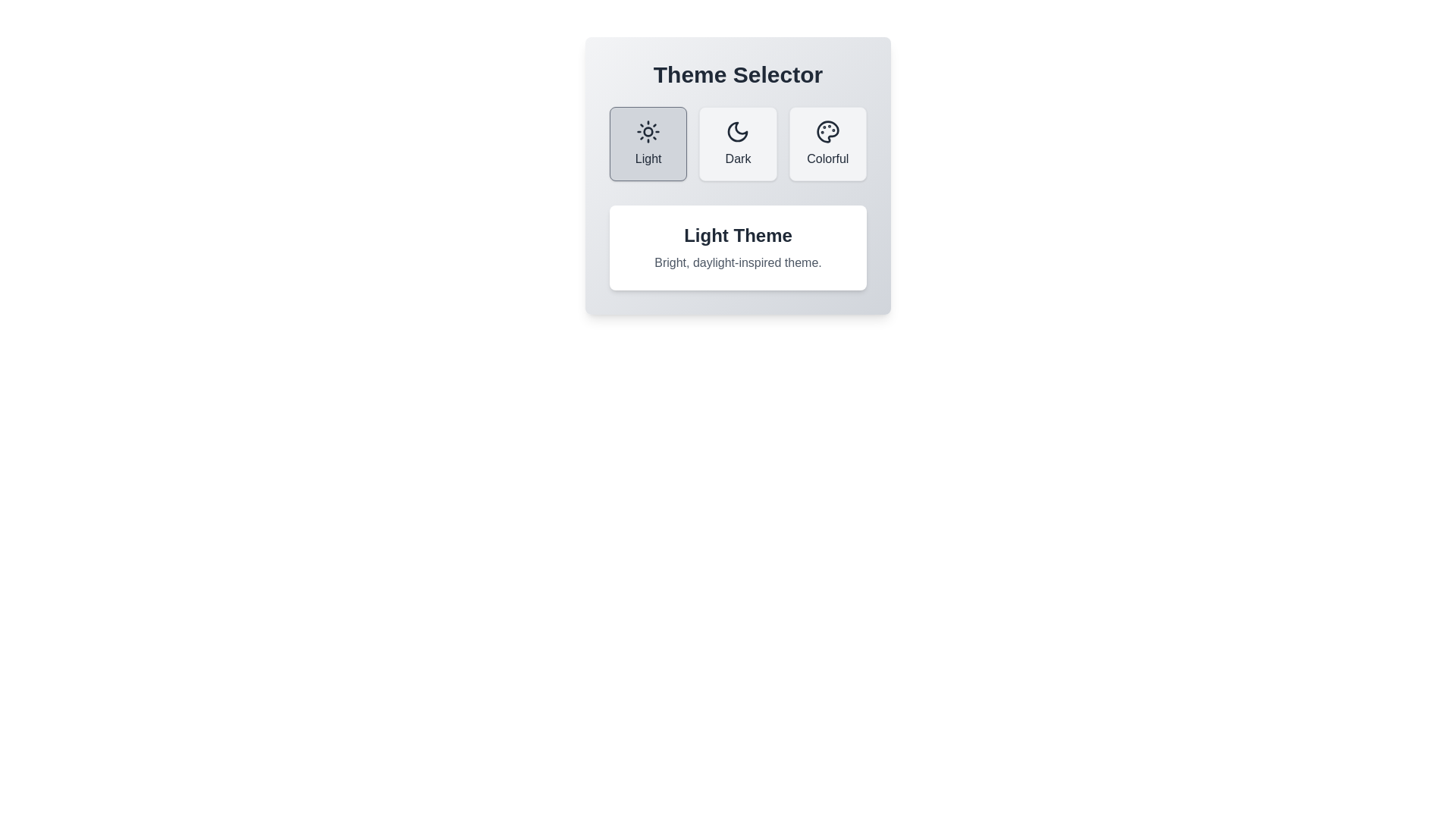 The image size is (1456, 819). What do you see at coordinates (648, 143) in the screenshot?
I see `'Light' theme button located in the top-left corner of the theme selection widget for additional details` at bounding box center [648, 143].